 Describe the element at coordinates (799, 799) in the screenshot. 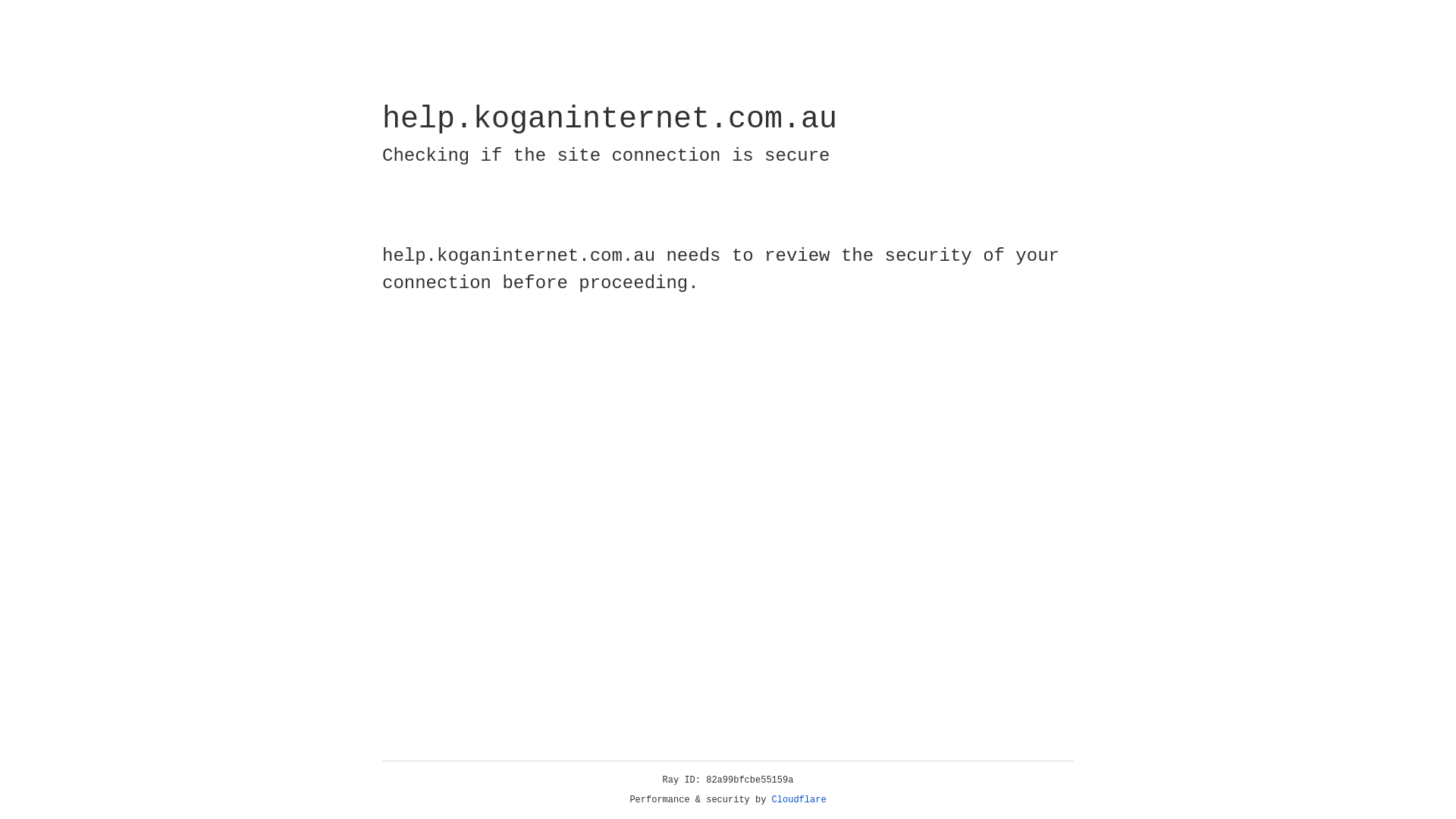

I see `'Cloudflare'` at that location.